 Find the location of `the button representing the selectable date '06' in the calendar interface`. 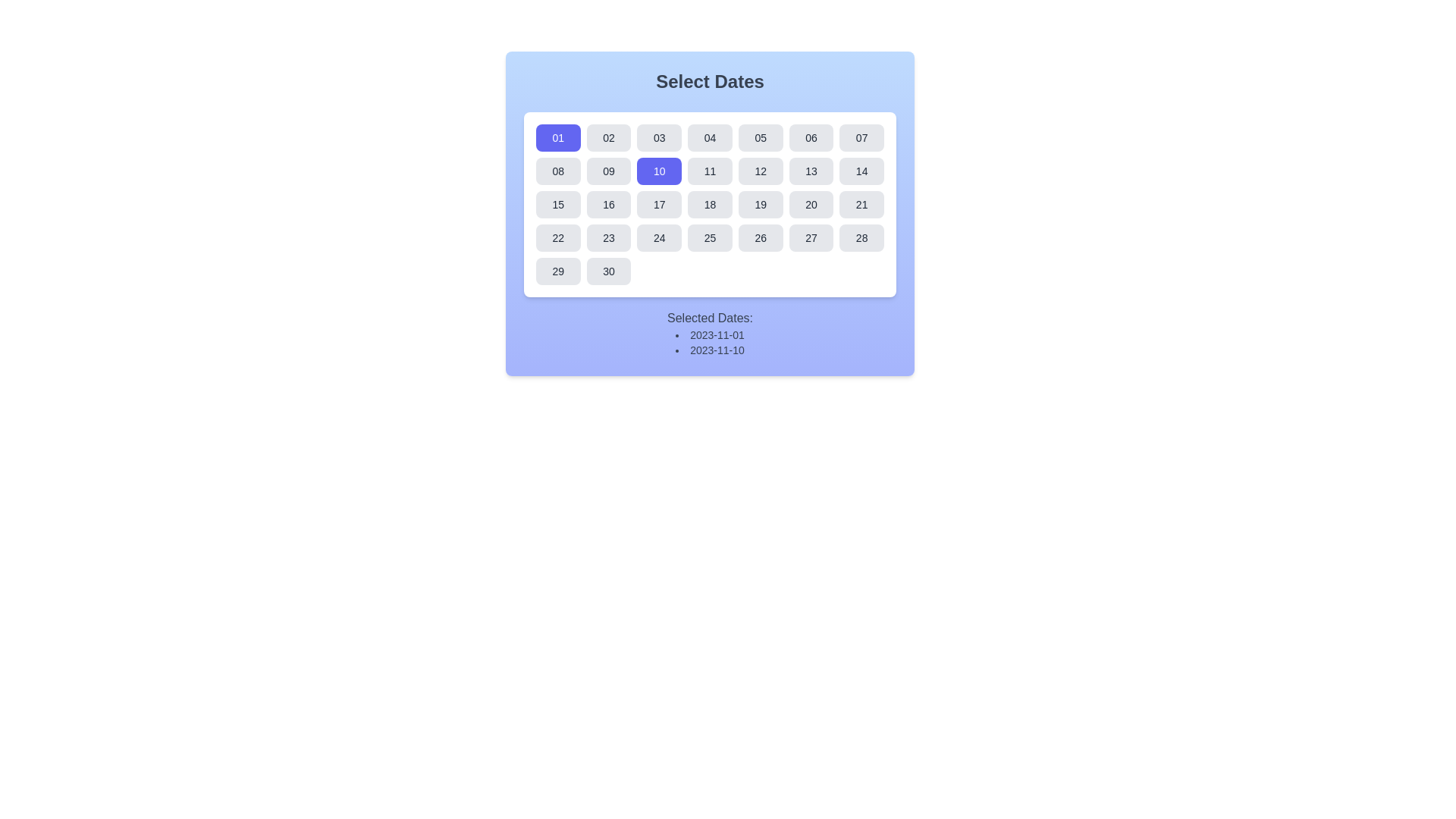

the button representing the selectable date '06' in the calendar interface is located at coordinates (811, 137).